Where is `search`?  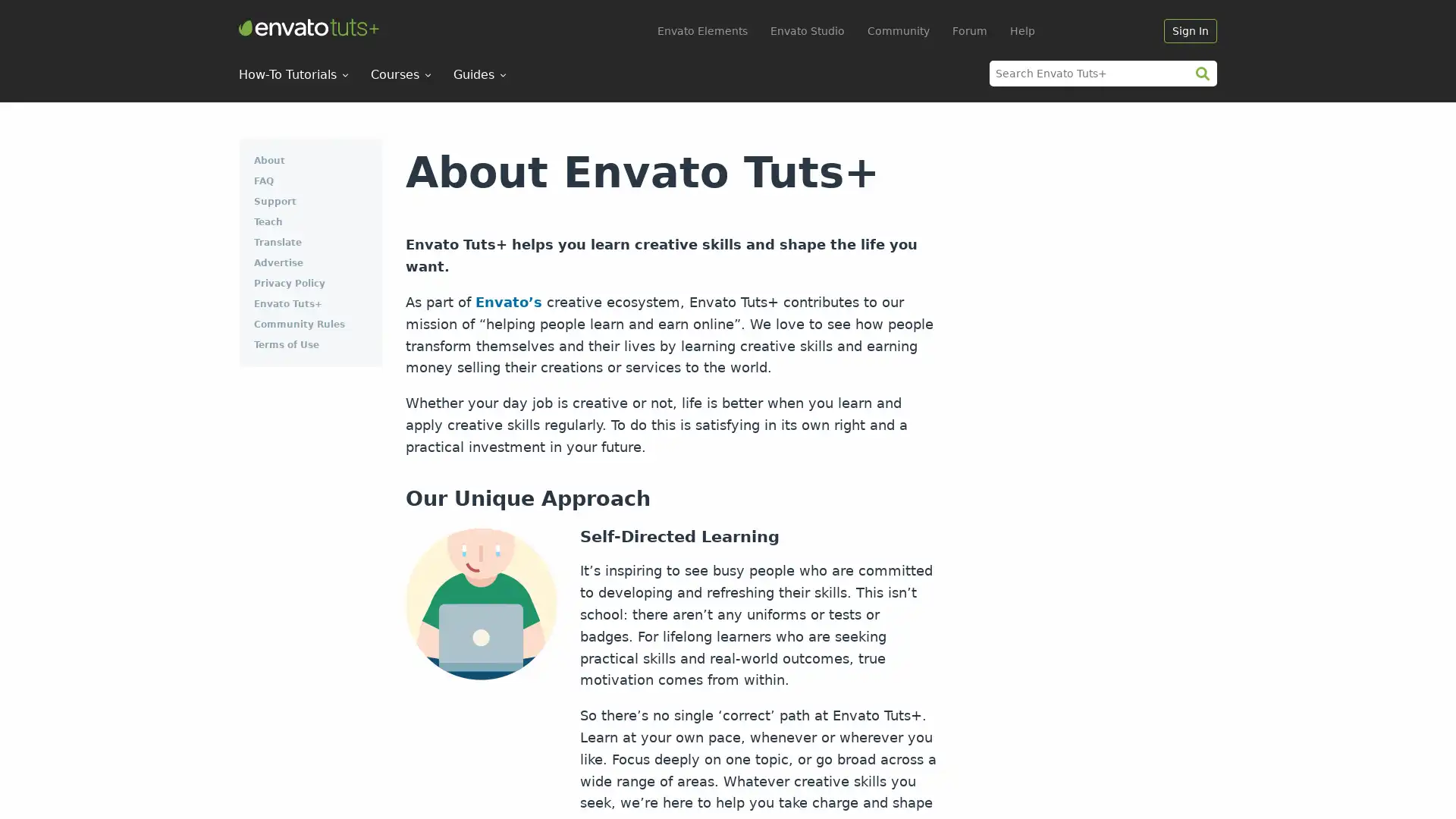
search is located at coordinates (1201, 73).